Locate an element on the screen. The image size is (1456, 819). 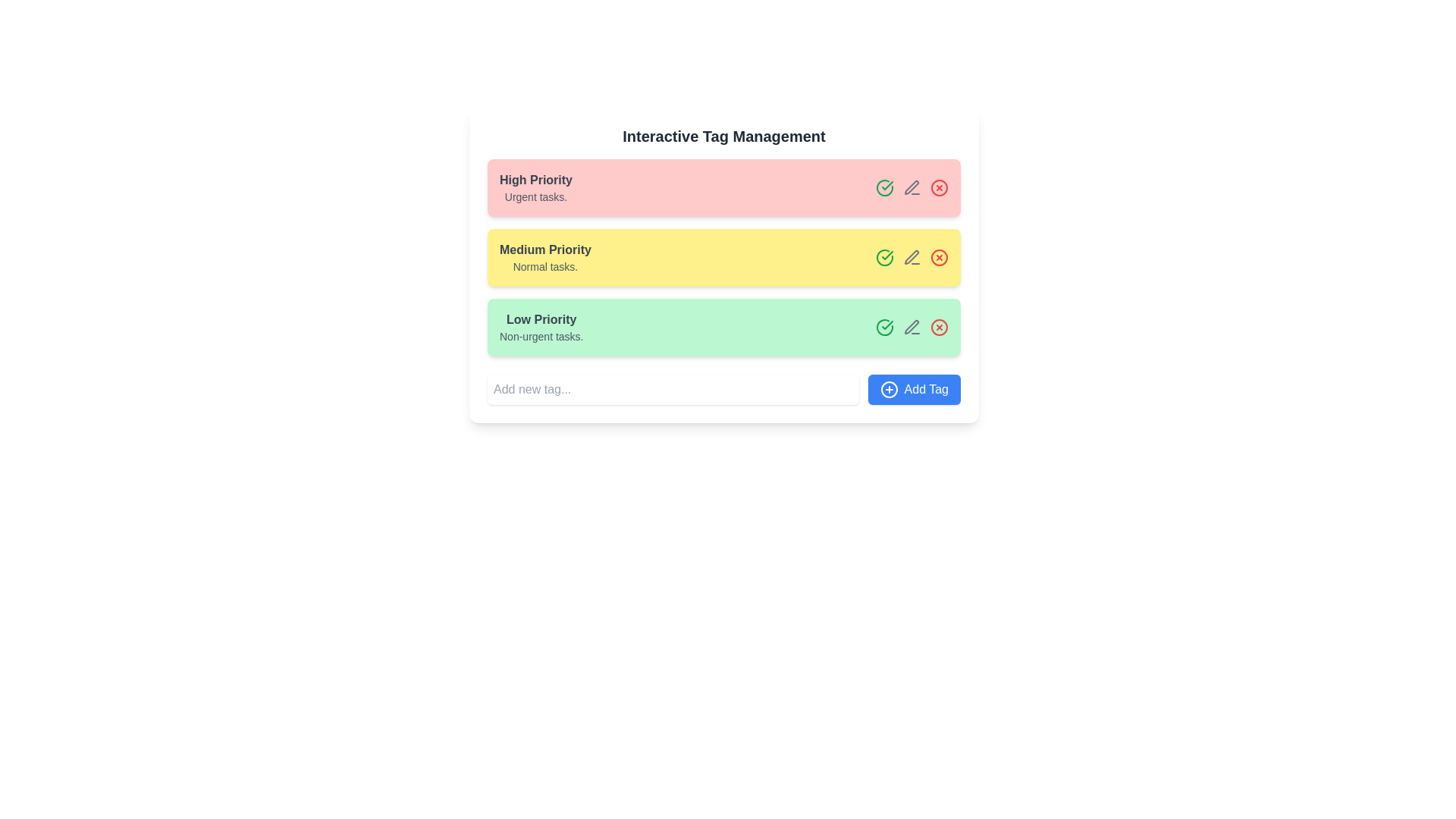
the pen icon button, which is the second icon from the right in the top row of options within the red-highlighted 'High Priority' section is located at coordinates (912, 187).